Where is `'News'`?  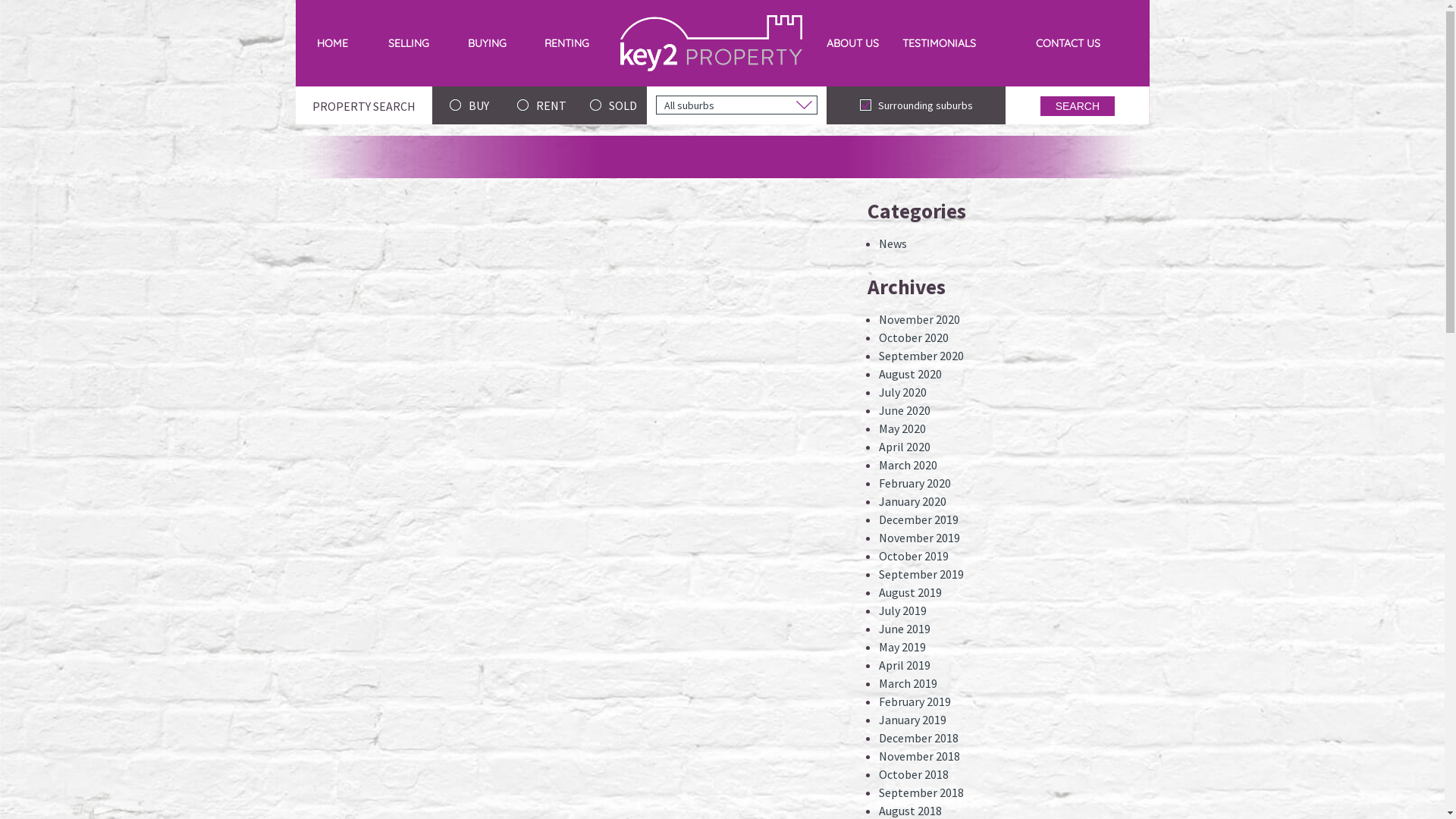 'News' is located at coordinates (893, 242).